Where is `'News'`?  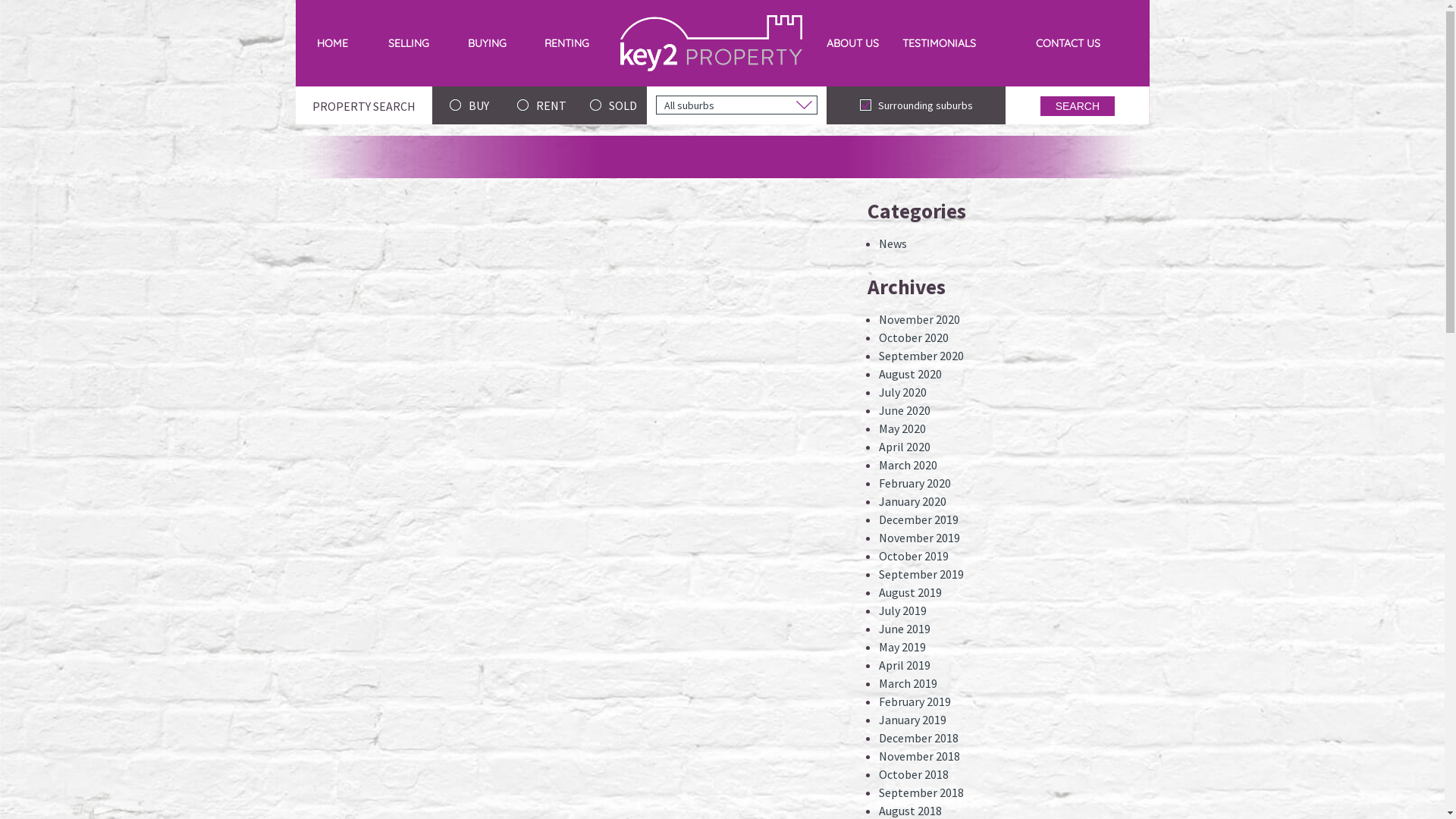 'News' is located at coordinates (893, 242).